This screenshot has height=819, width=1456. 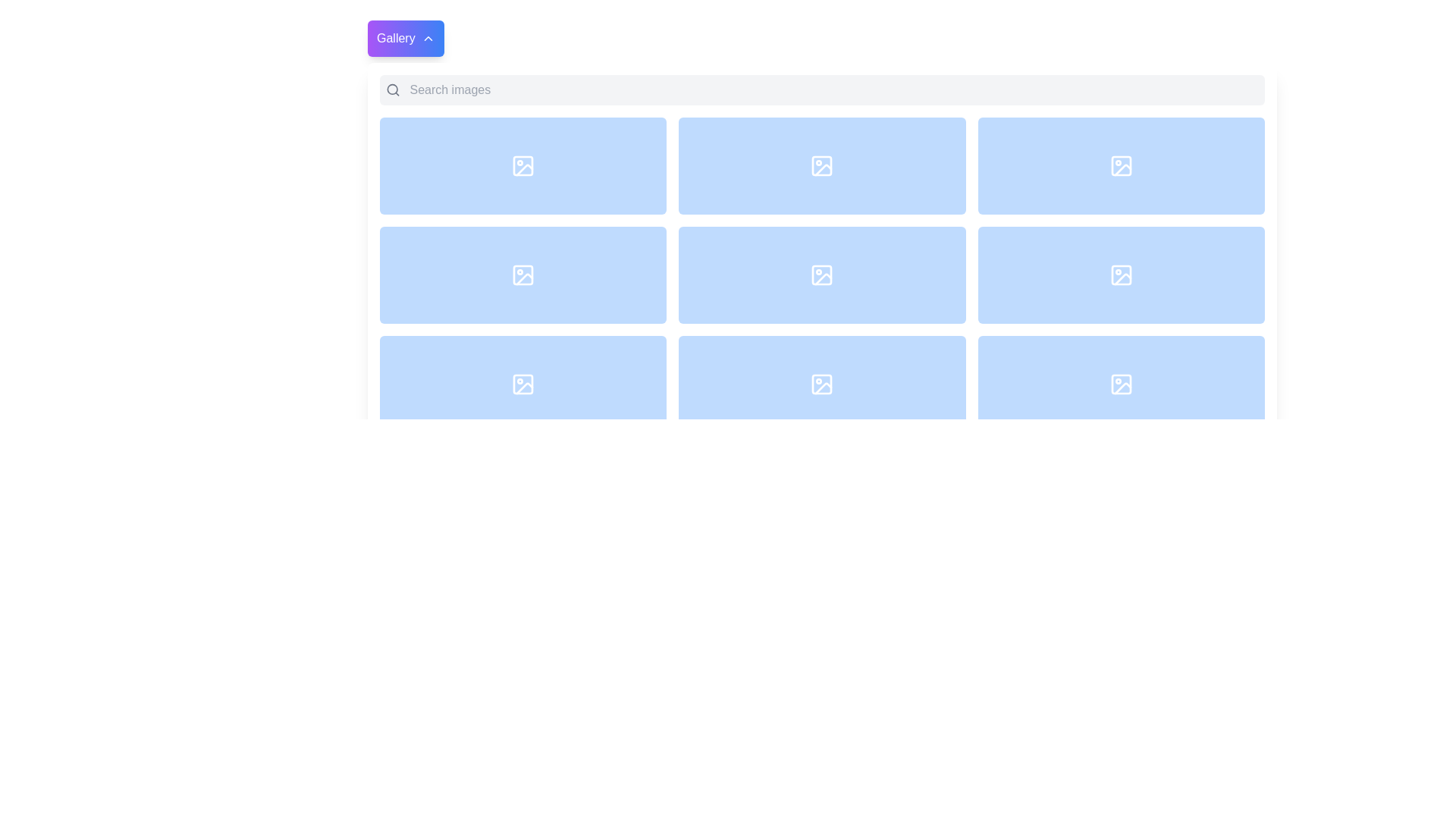 What do you see at coordinates (821, 275) in the screenshot?
I see `the image icon represented by the SVG rectangle located in the center of the second row of a 3x3 grid` at bounding box center [821, 275].